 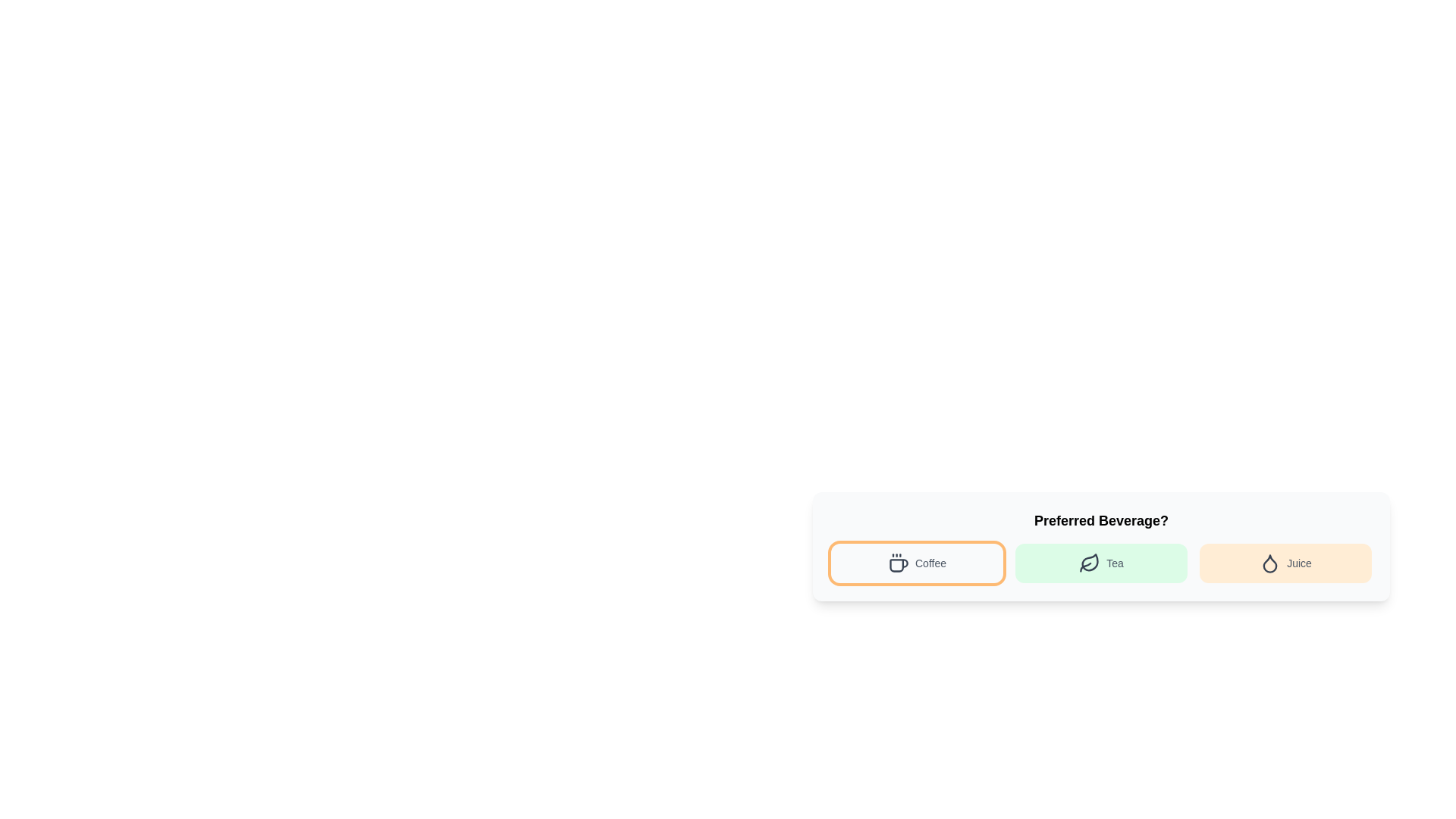 I want to click on the coffee cup icon, which is a simplistic gray SVG graphic with three dots above it, located next to the 'Coffee' label in the button-like component, so click(x=899, y=563).